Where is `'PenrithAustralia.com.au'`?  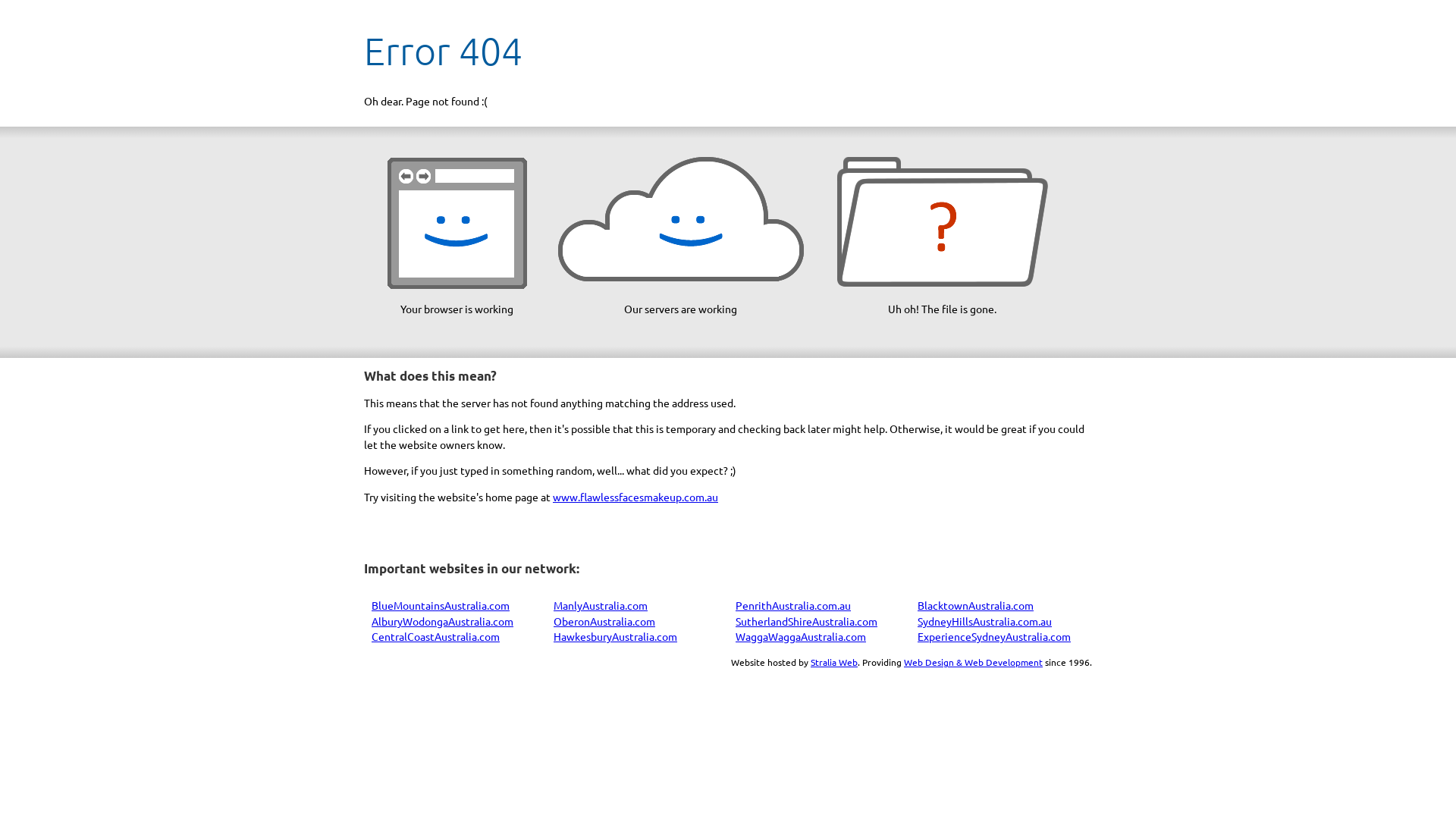 'PenrithAustralia.com.au' is located at coordinates (792, 604).